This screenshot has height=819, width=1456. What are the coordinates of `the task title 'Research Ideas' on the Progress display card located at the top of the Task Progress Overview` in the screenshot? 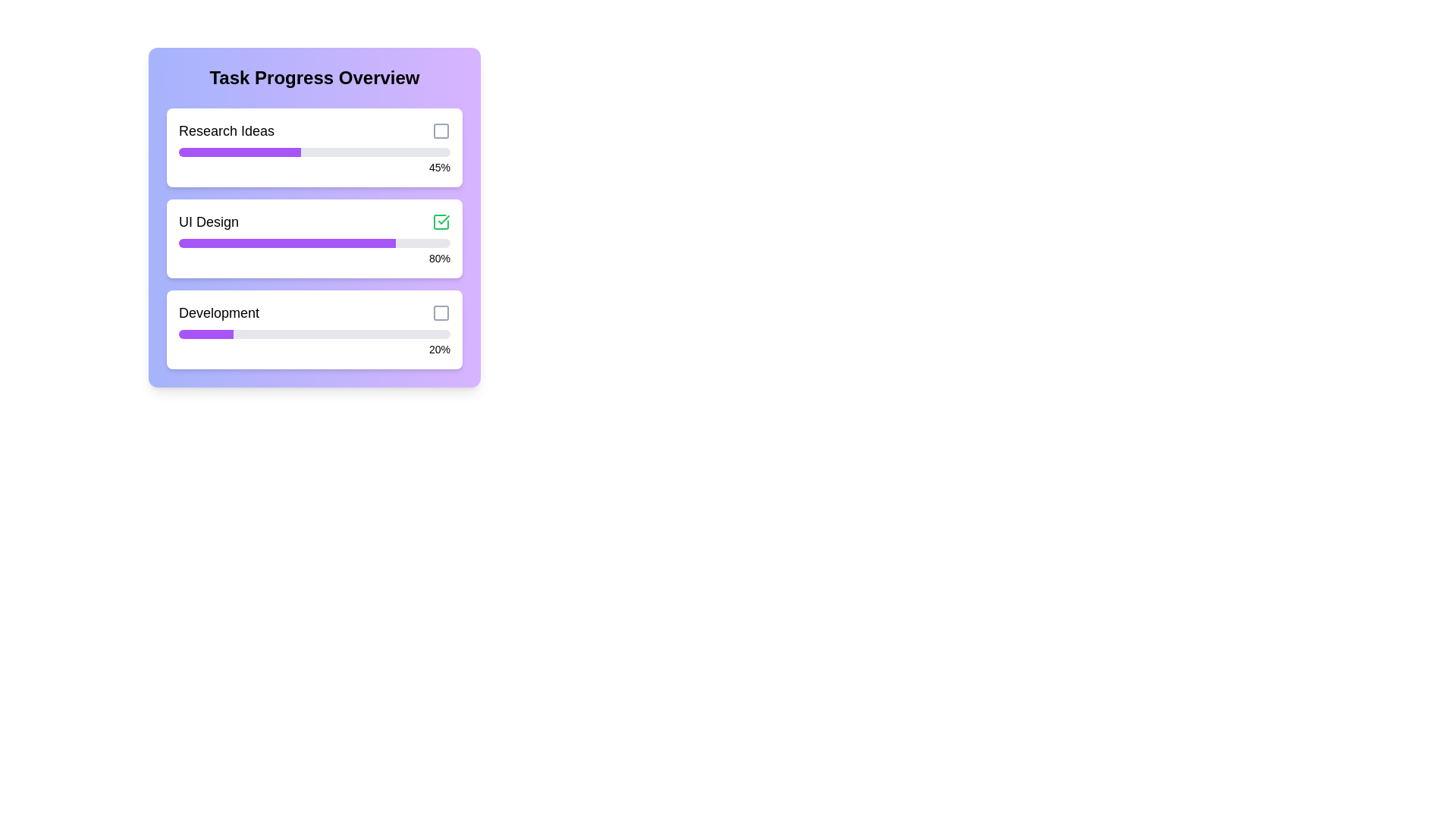 It's located at (313, 148).